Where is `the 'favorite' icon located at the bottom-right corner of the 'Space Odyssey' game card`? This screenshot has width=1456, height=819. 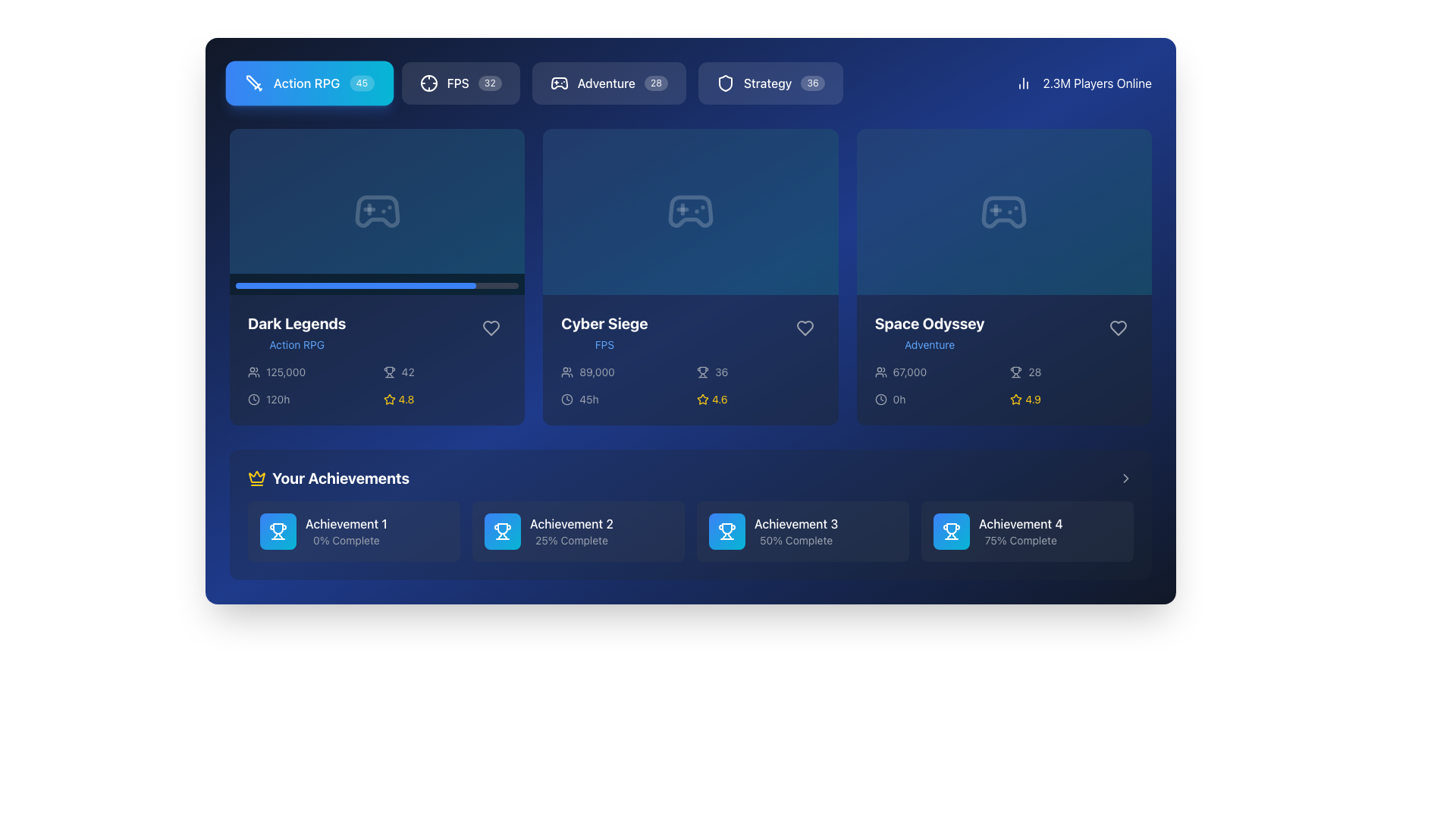
the 'favorite' icon located at the bottom-right corner of the 'Space Odyssey' game card is located at coordinates (1118, 327).